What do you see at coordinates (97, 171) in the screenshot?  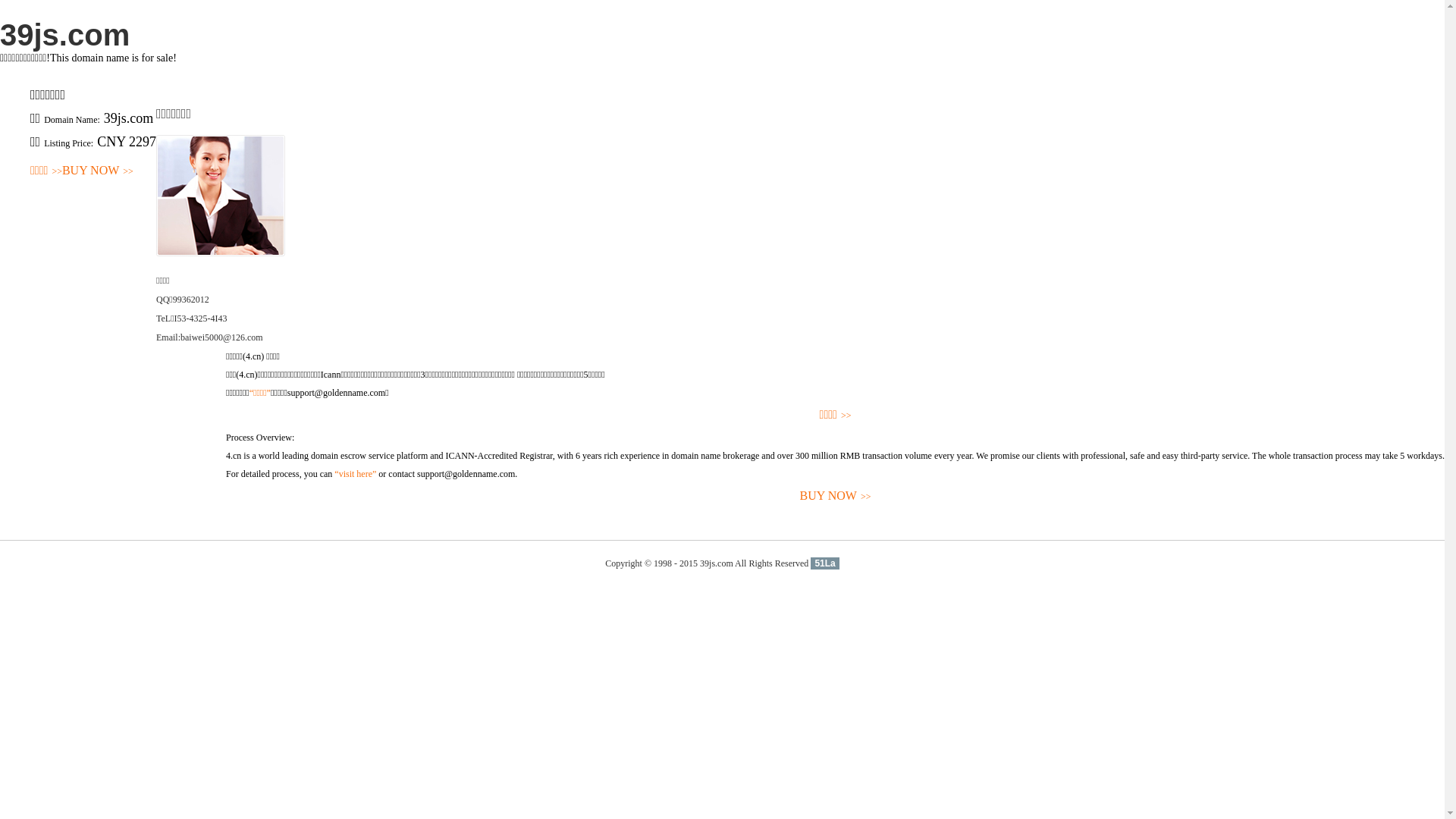 I see `'BUY NOW>>'` at bounding box center [97, 171].